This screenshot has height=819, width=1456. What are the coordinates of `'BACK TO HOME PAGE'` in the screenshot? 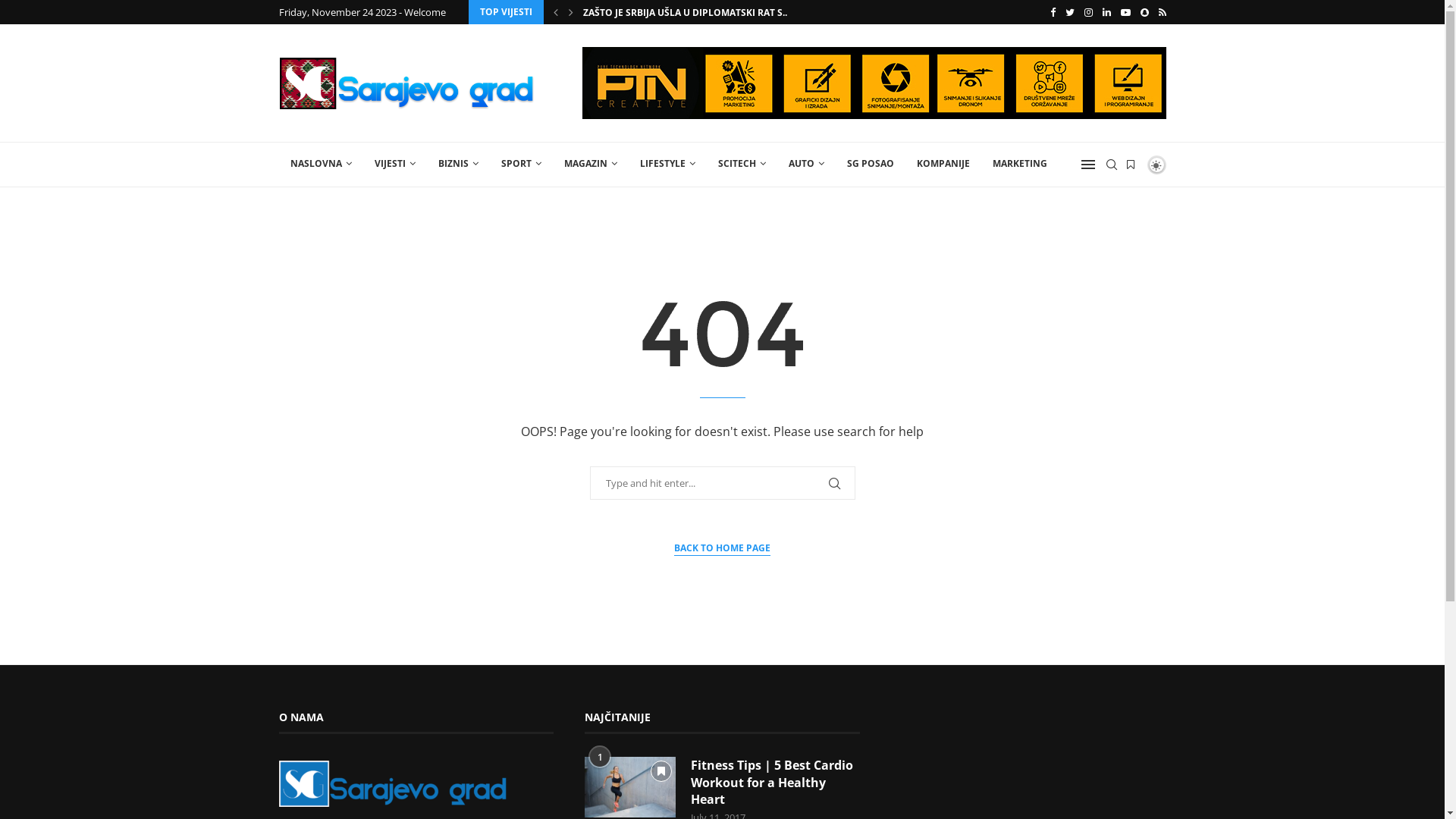 It's located at (721, 548).